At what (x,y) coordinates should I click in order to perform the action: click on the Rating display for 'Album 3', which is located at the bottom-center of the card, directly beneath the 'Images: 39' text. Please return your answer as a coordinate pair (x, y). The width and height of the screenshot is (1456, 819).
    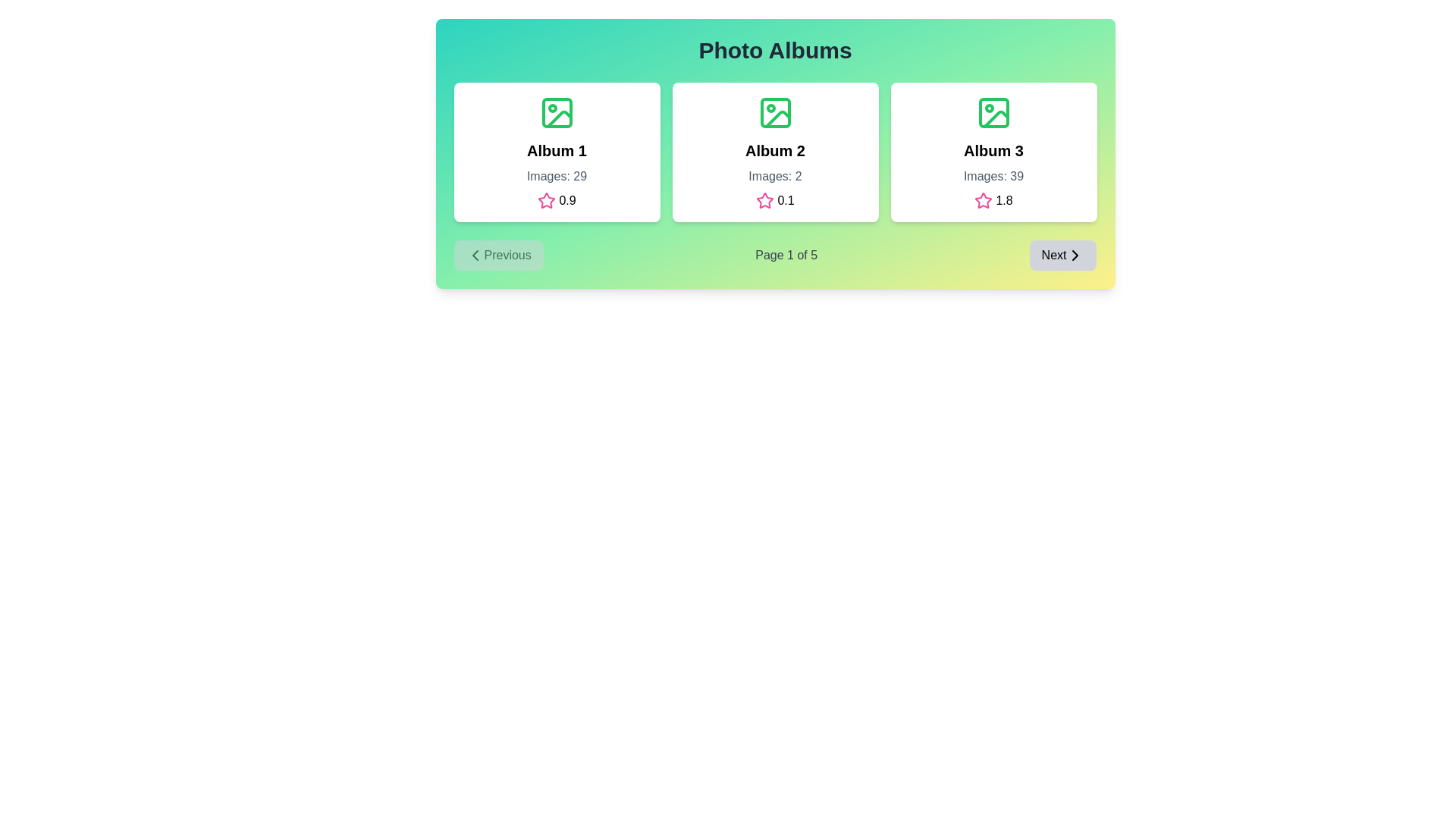
    Looking at the image, I should click on (993, 200).